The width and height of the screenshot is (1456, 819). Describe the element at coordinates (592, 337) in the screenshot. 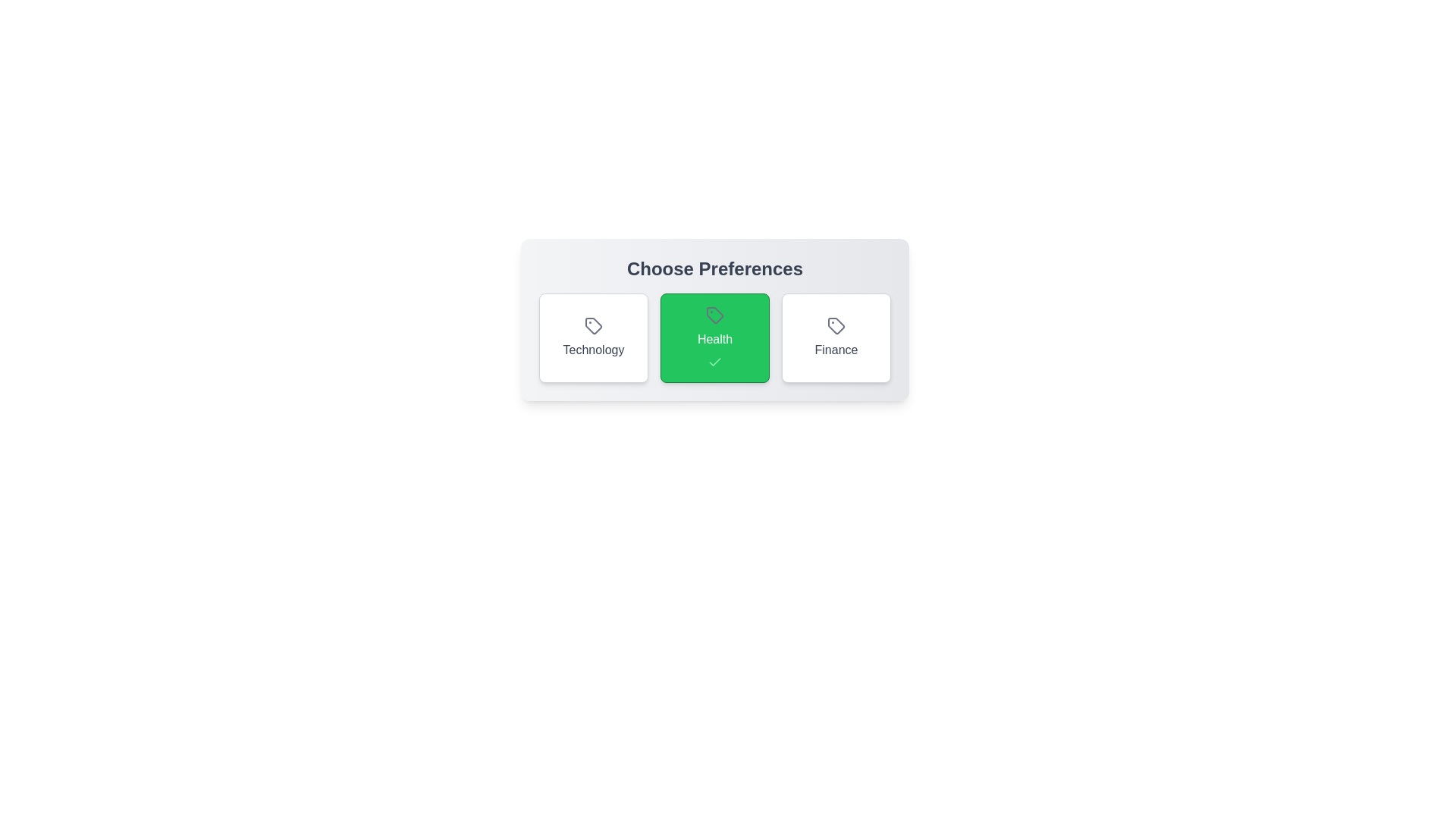

I see `the preference button labeled Technology` at that location.